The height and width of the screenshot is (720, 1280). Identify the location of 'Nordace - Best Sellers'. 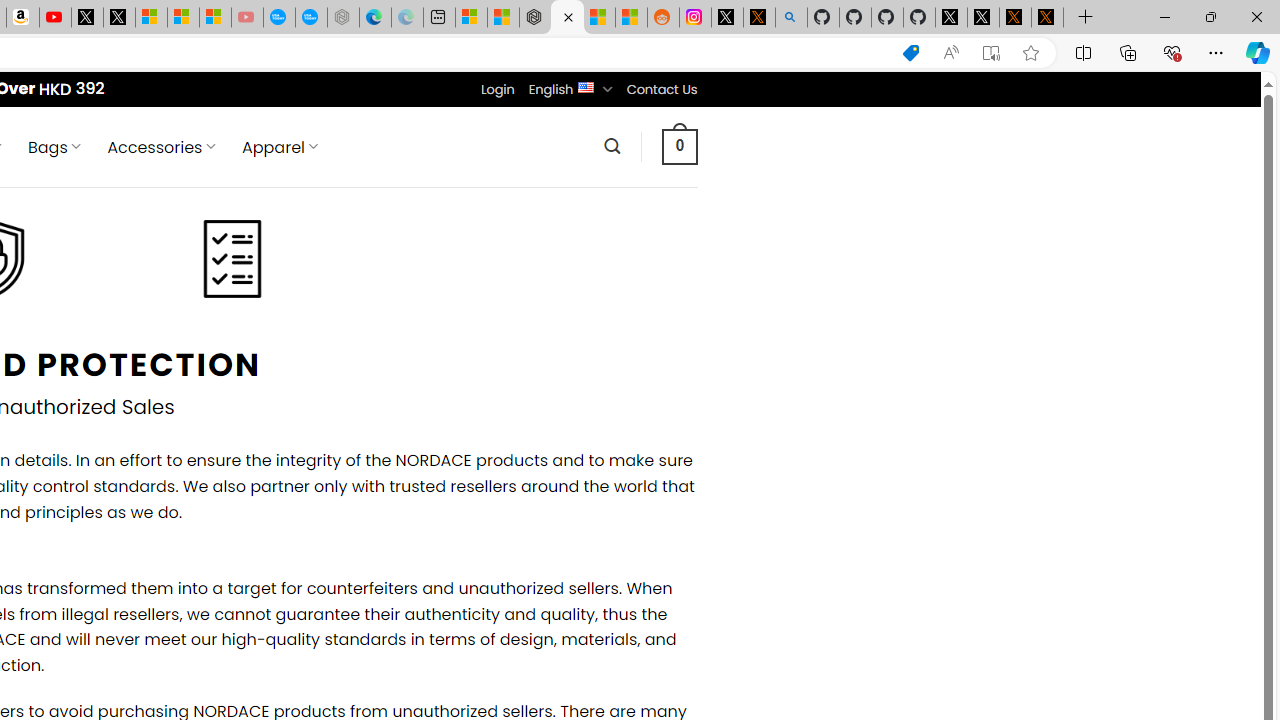
(535, 17).